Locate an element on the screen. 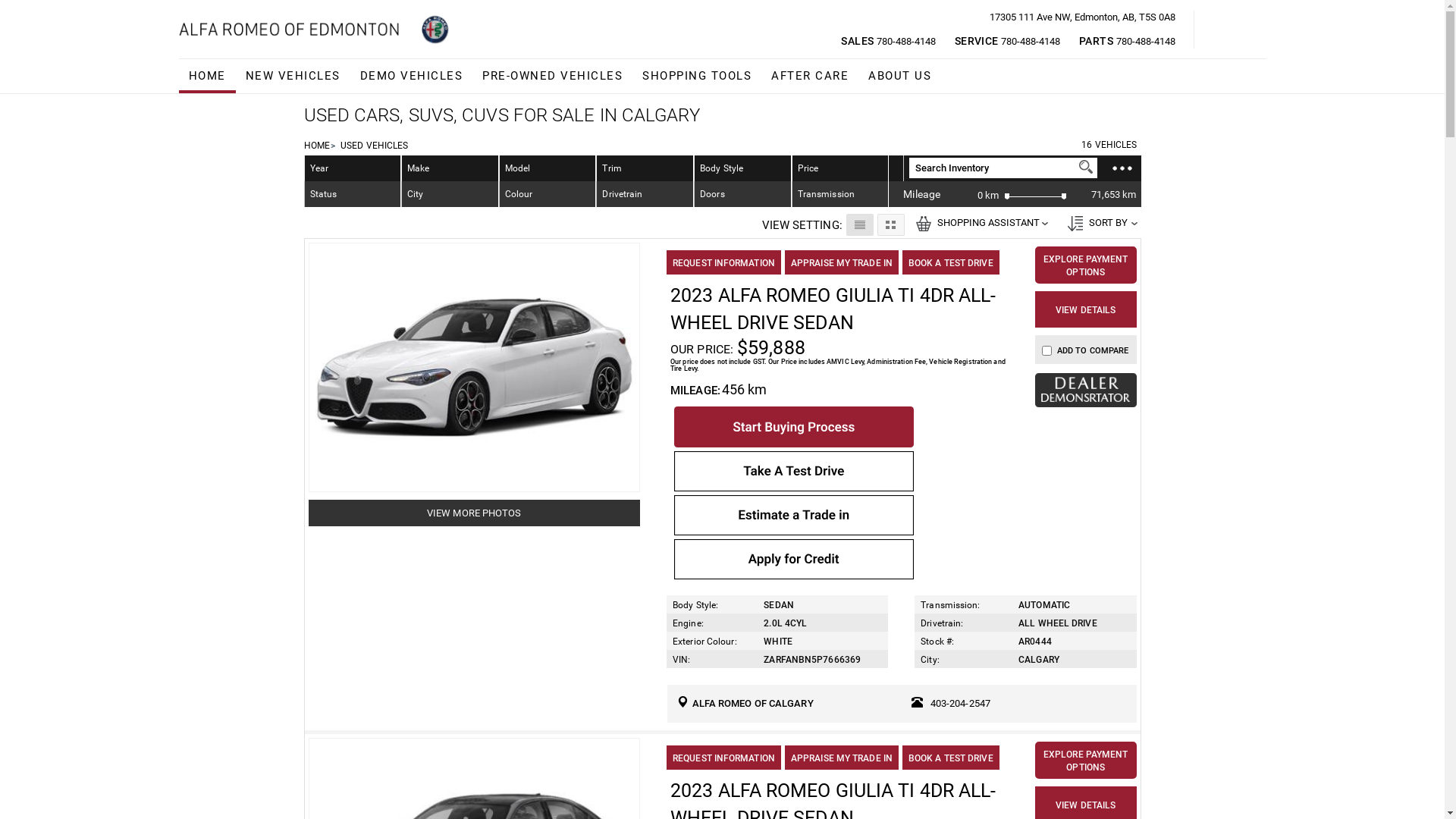 The height and width of the screenshot is (819, 1456). '403-204-2547' is located at coordinates (959, 703).